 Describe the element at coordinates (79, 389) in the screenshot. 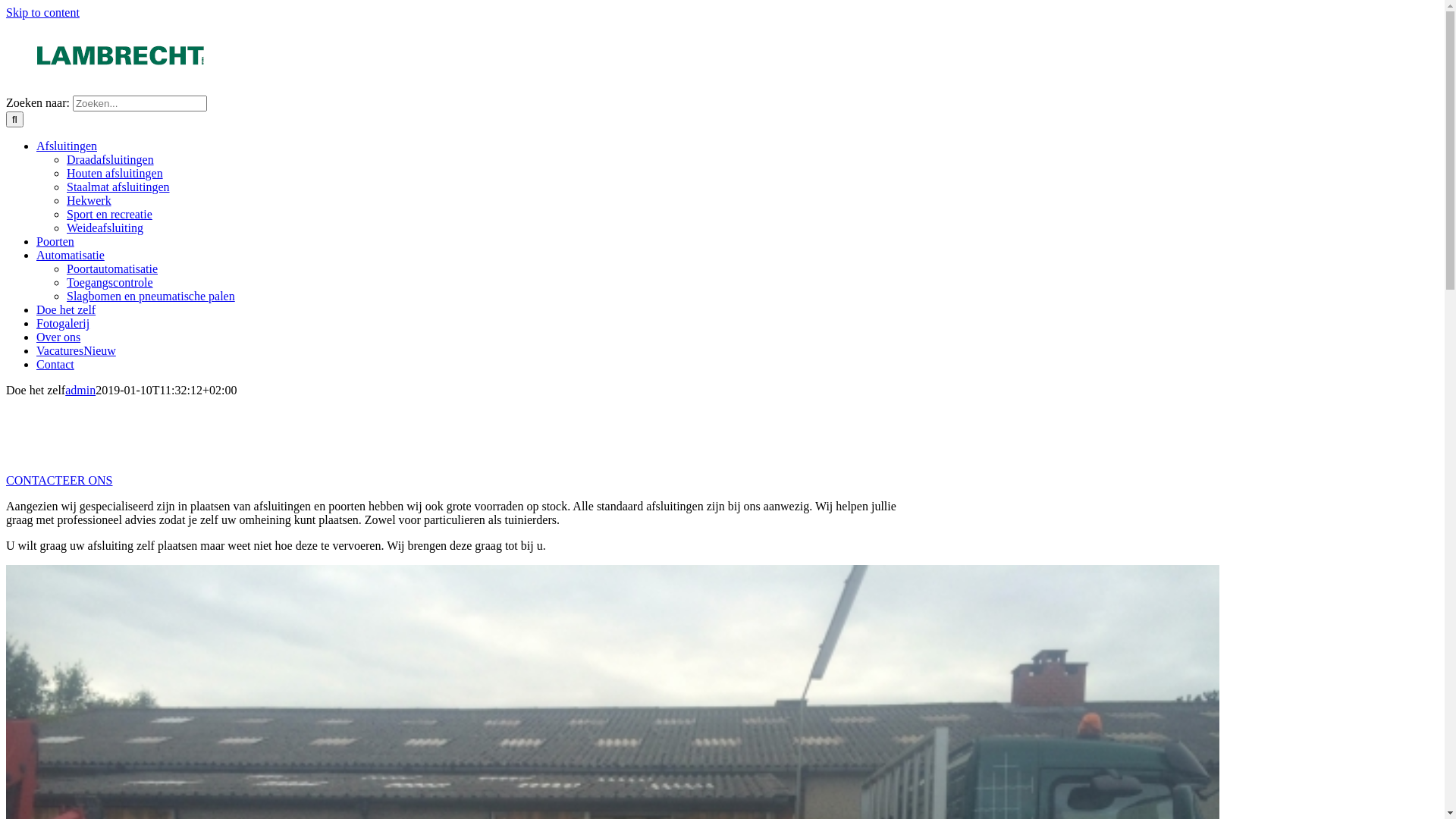

I see `'admin'` at that location.